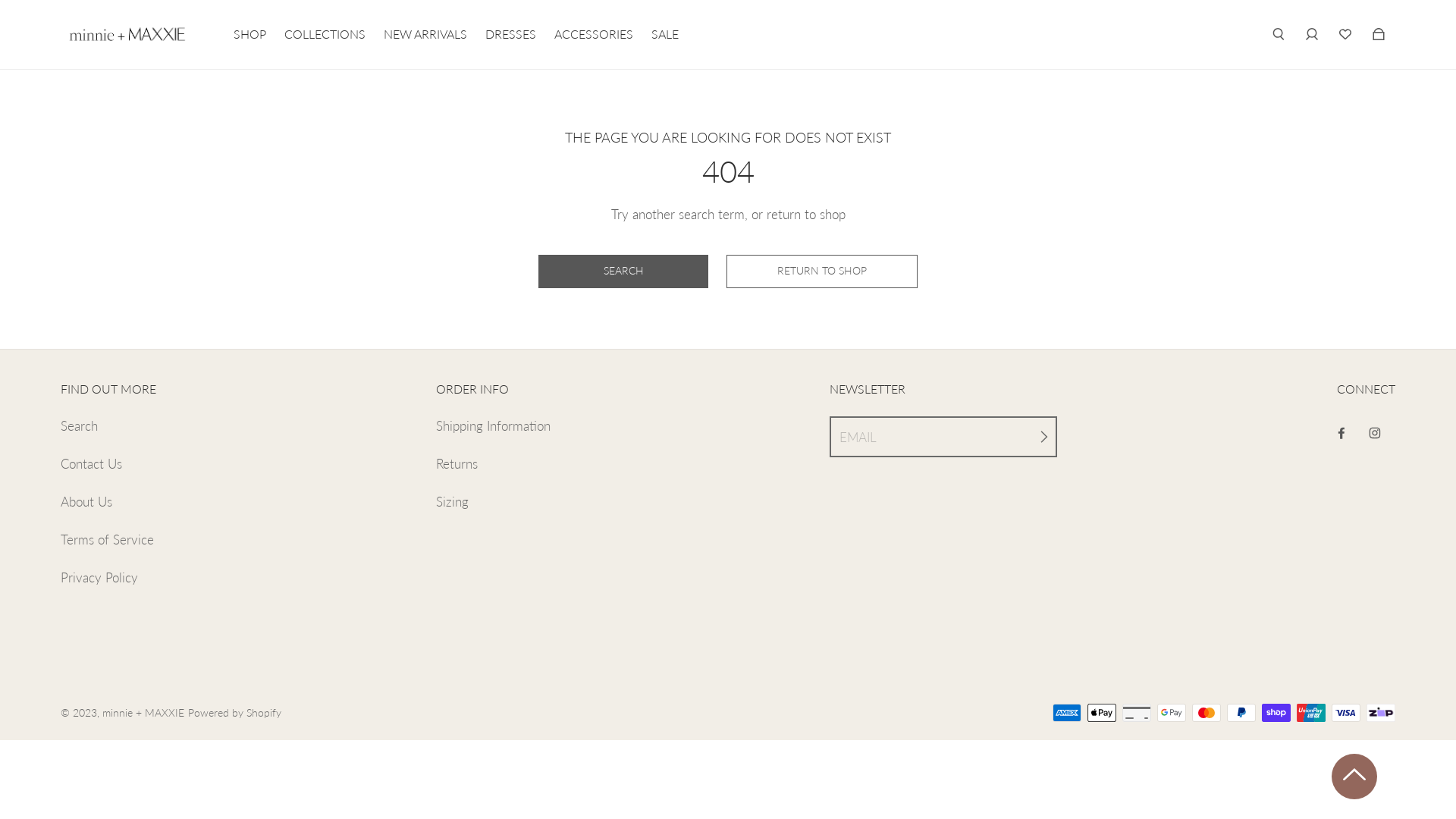  What do you see at coordinates (324, 34) in the screenshot?
I see `'COLLECTIONS'` at bounding box center [324, 34].